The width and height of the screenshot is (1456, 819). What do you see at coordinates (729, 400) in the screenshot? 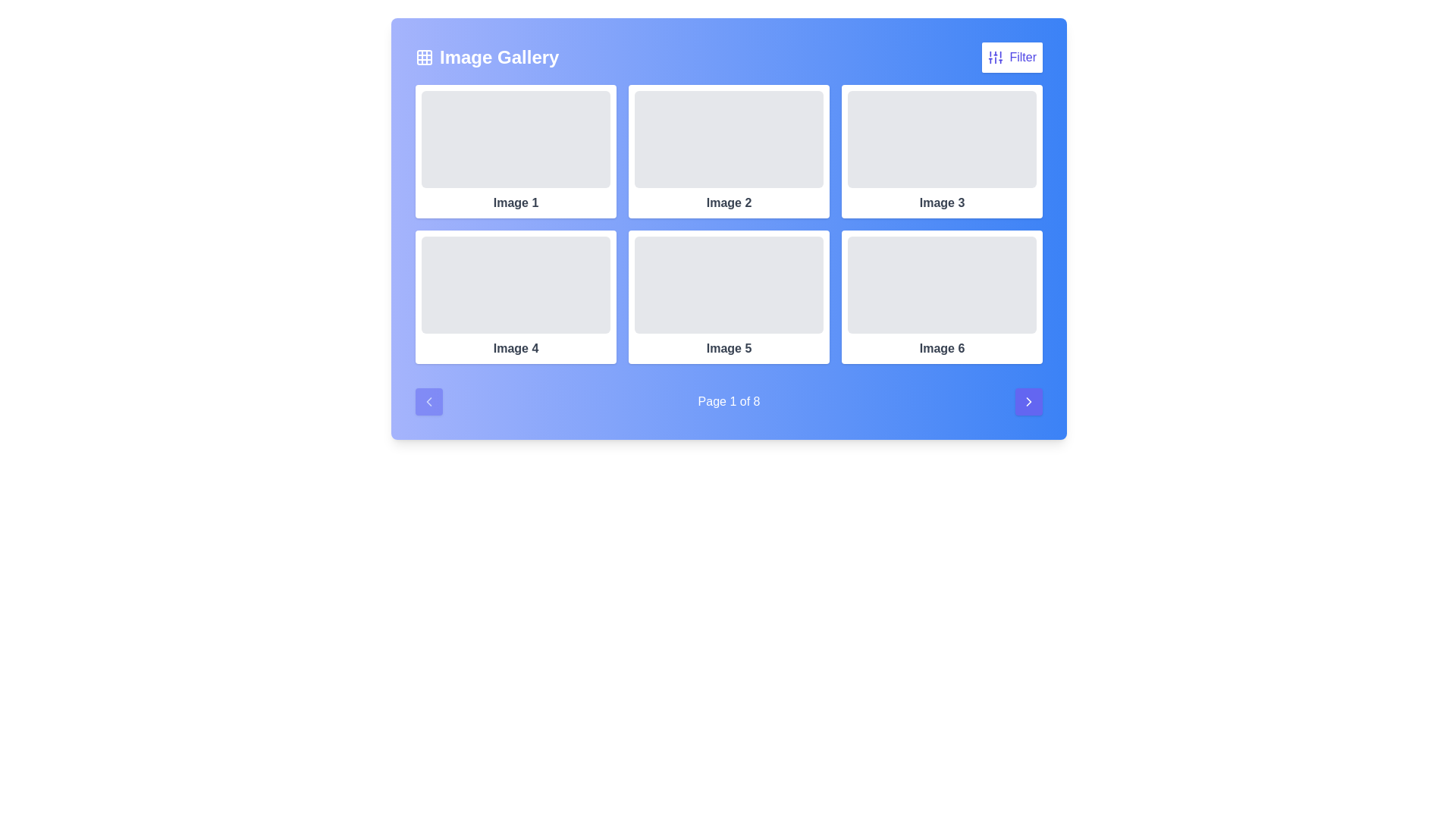
I see `the text label that reads 'Page 1 of 8', rendered in white color against a gradient blue background, located at the bottom-center of the main content area` at bounding box center [729, 400].